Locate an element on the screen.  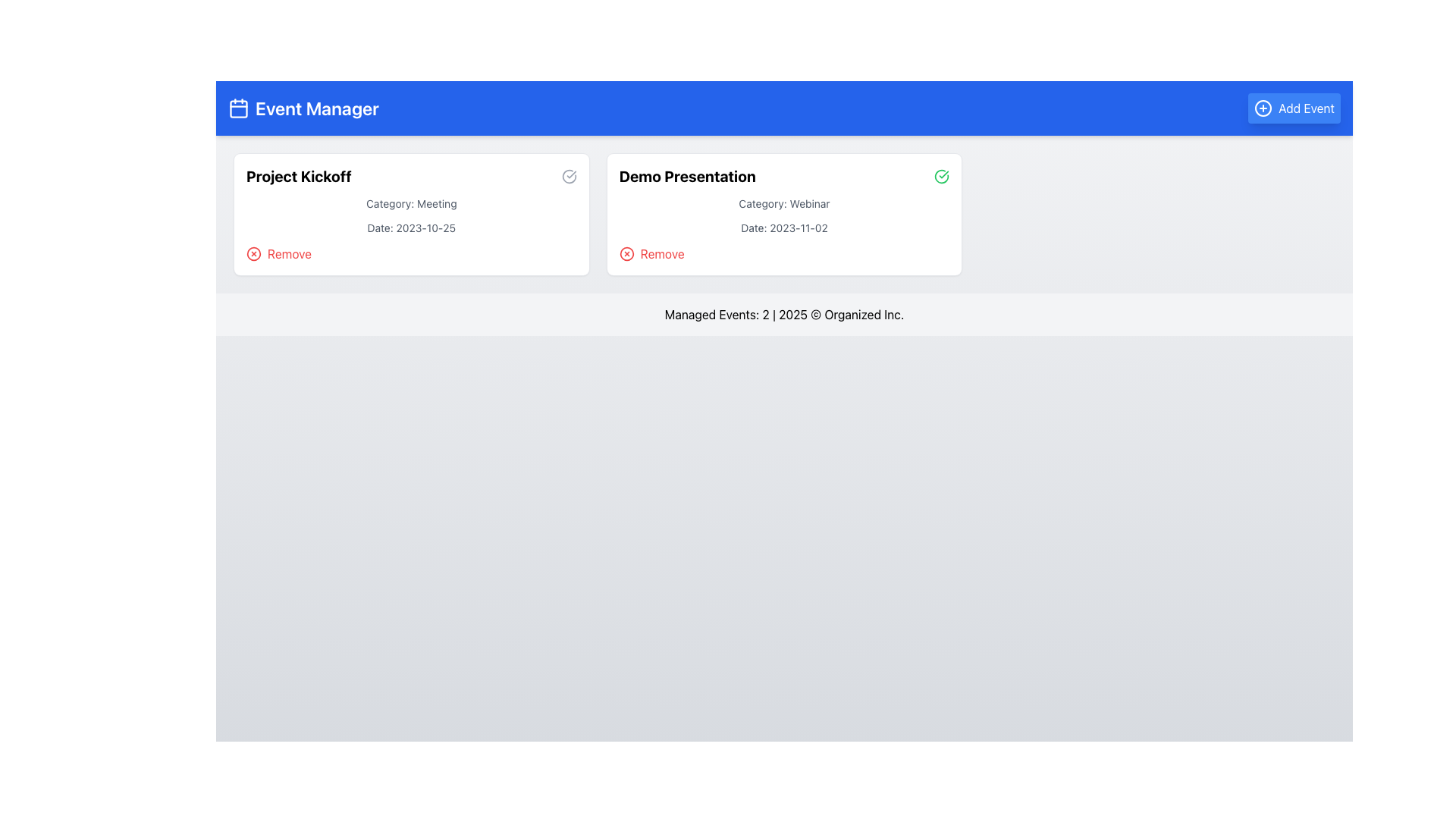
the circular remove icon located at the upper-right corner of the 'Demo Presentation' card is located at coordinates (626, 253).